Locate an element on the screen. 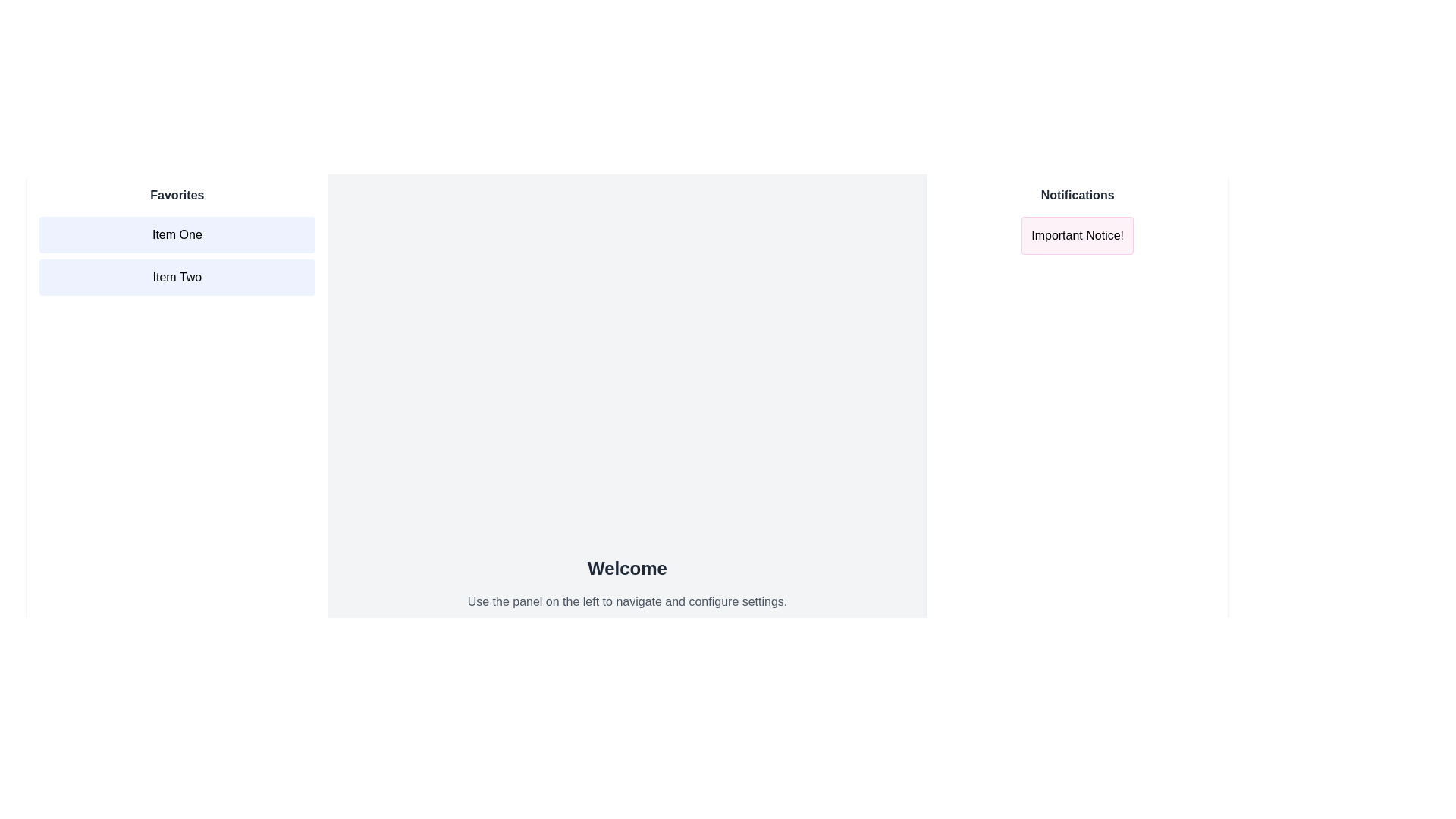  the list item labeled 'Item Two' which is located under the 'Favorites' section and has a light indigo background with rounded corners is located at coordinates (177, 278).